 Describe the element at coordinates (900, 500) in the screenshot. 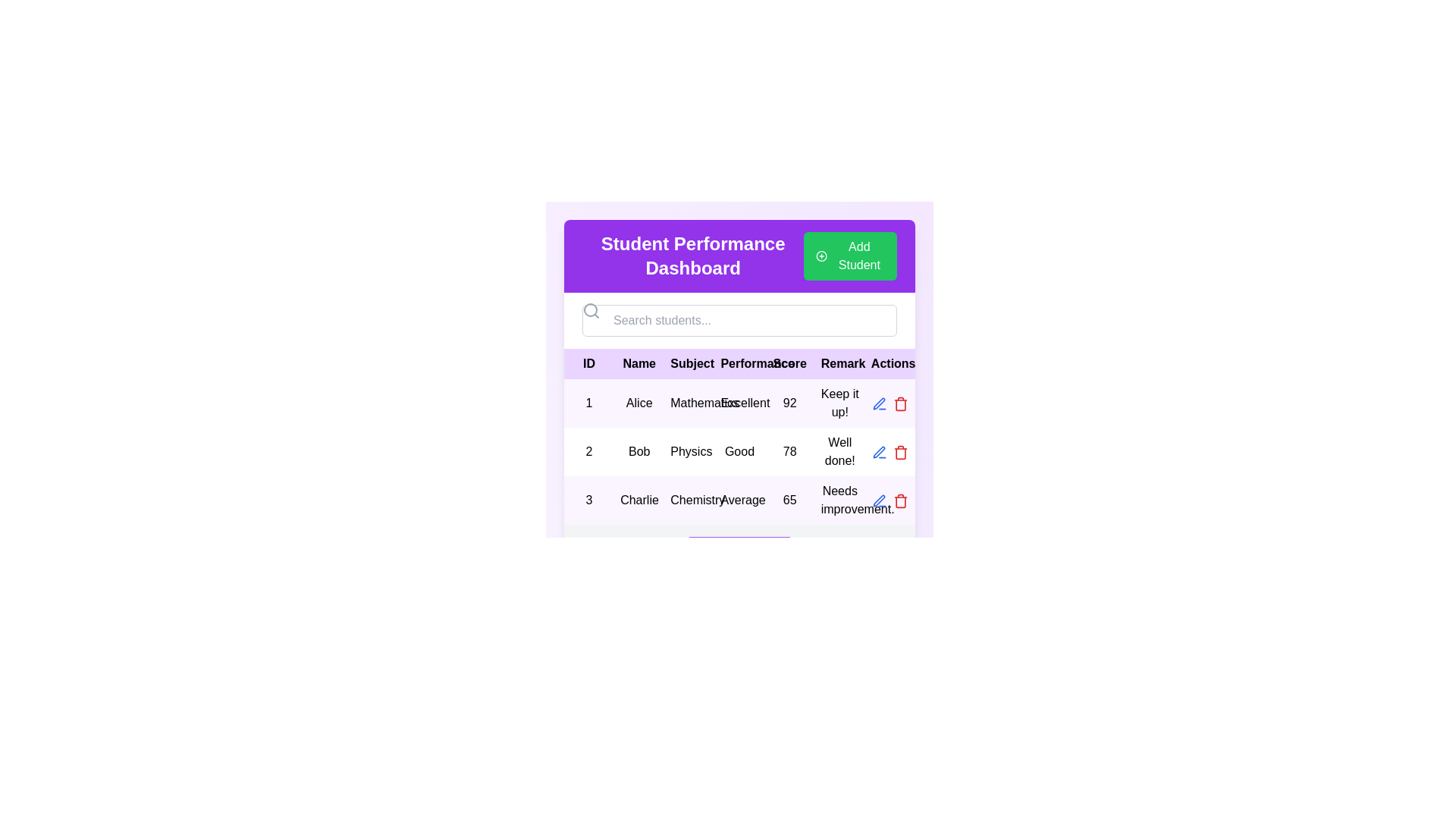

I see `the trash can icon button in the 'Actions' column of the third row` at that location.